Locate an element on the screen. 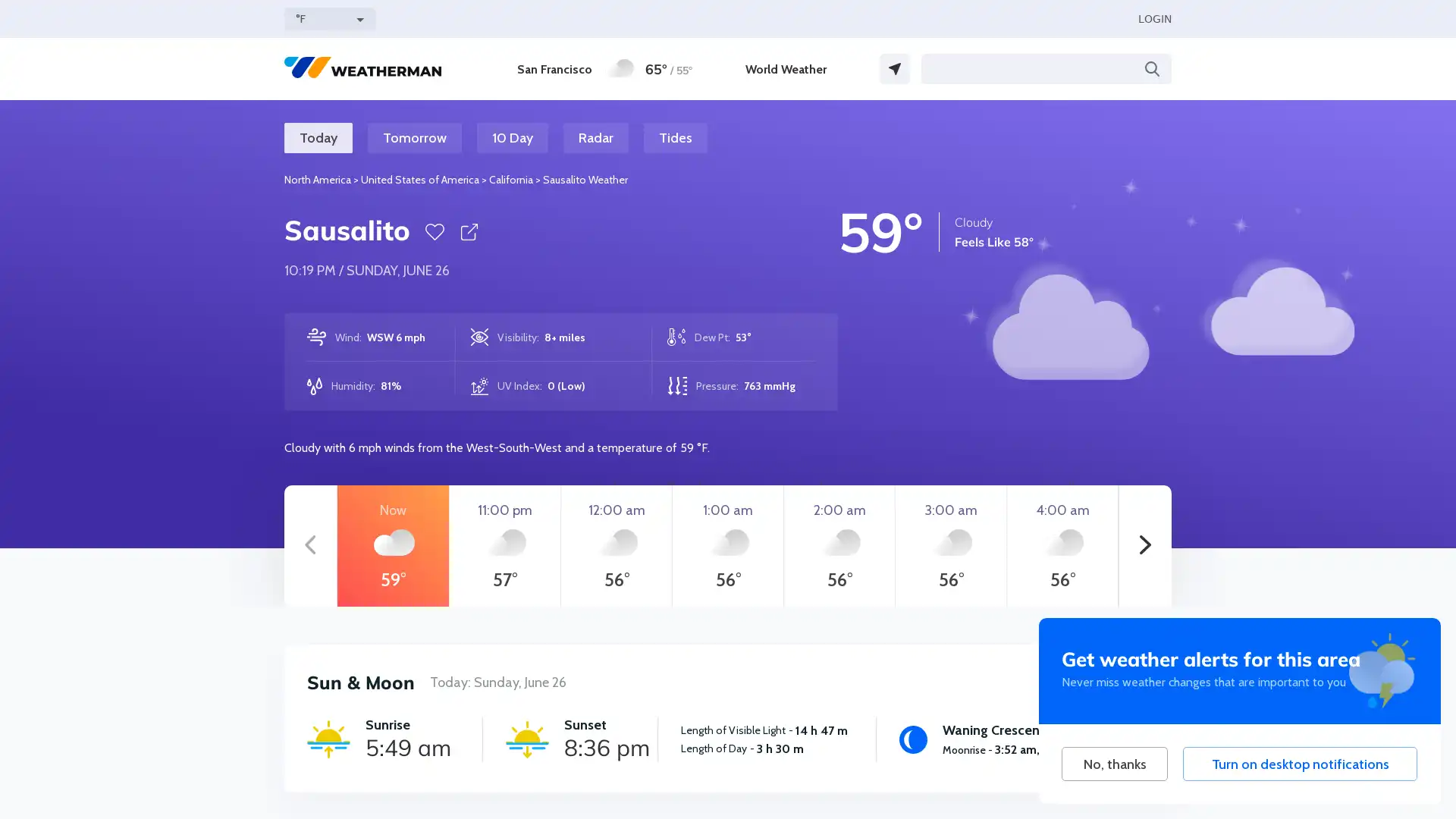 Image resolution: width=1456 pixels, height=819 pixels. GPS Location is located at coordinates (895, 69).